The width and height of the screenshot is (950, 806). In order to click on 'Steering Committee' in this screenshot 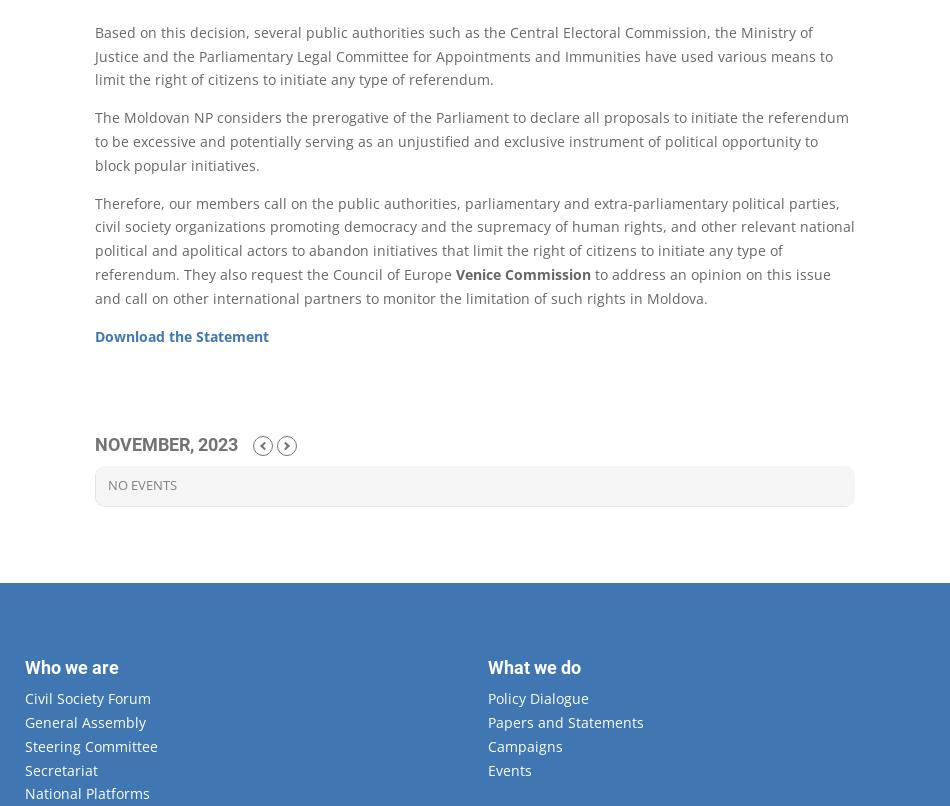, I will do `click(24, 744)`.